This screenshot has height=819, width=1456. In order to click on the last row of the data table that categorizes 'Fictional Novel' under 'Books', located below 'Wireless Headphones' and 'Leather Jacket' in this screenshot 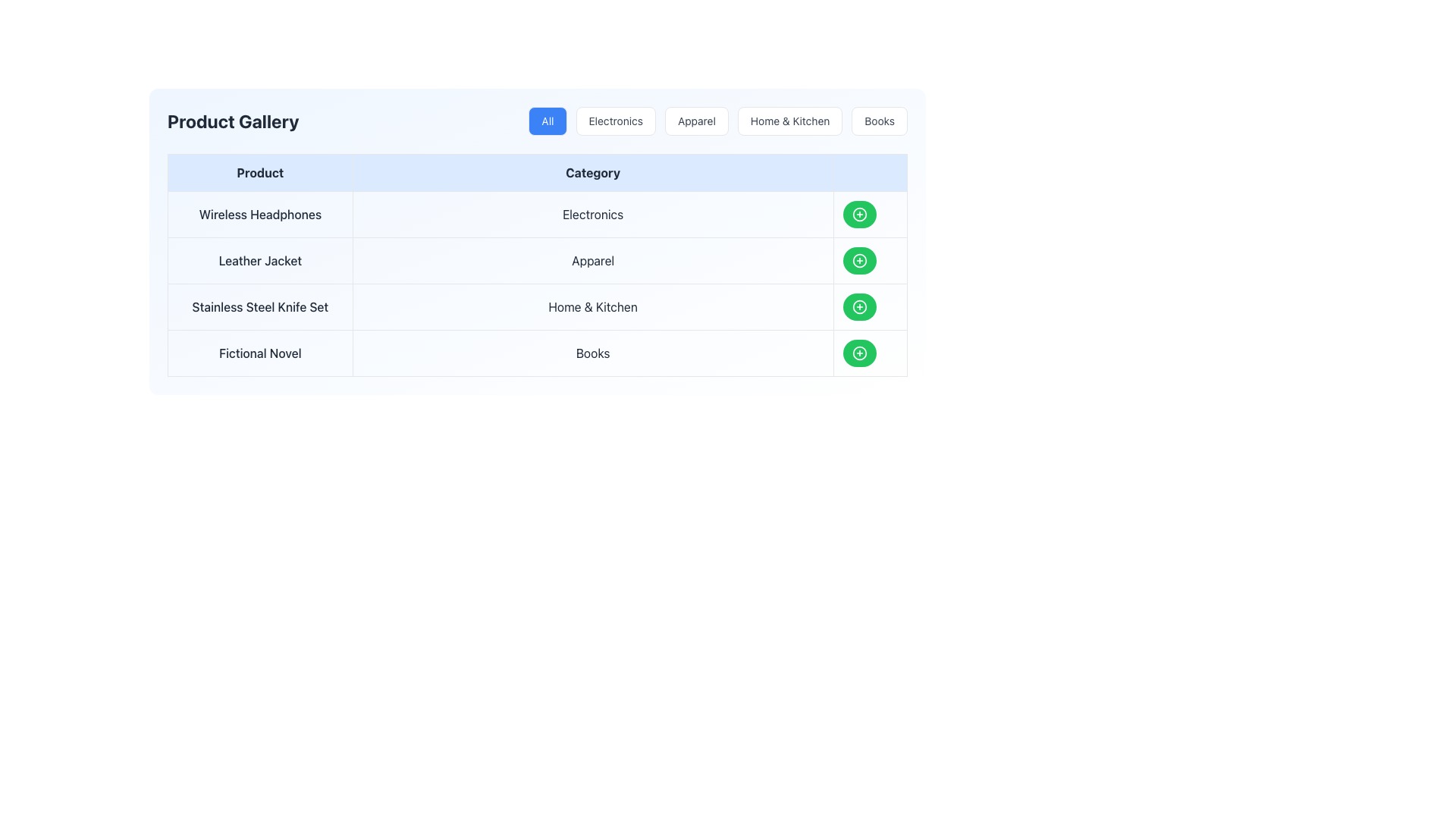, I will do `click(538, 353)`.